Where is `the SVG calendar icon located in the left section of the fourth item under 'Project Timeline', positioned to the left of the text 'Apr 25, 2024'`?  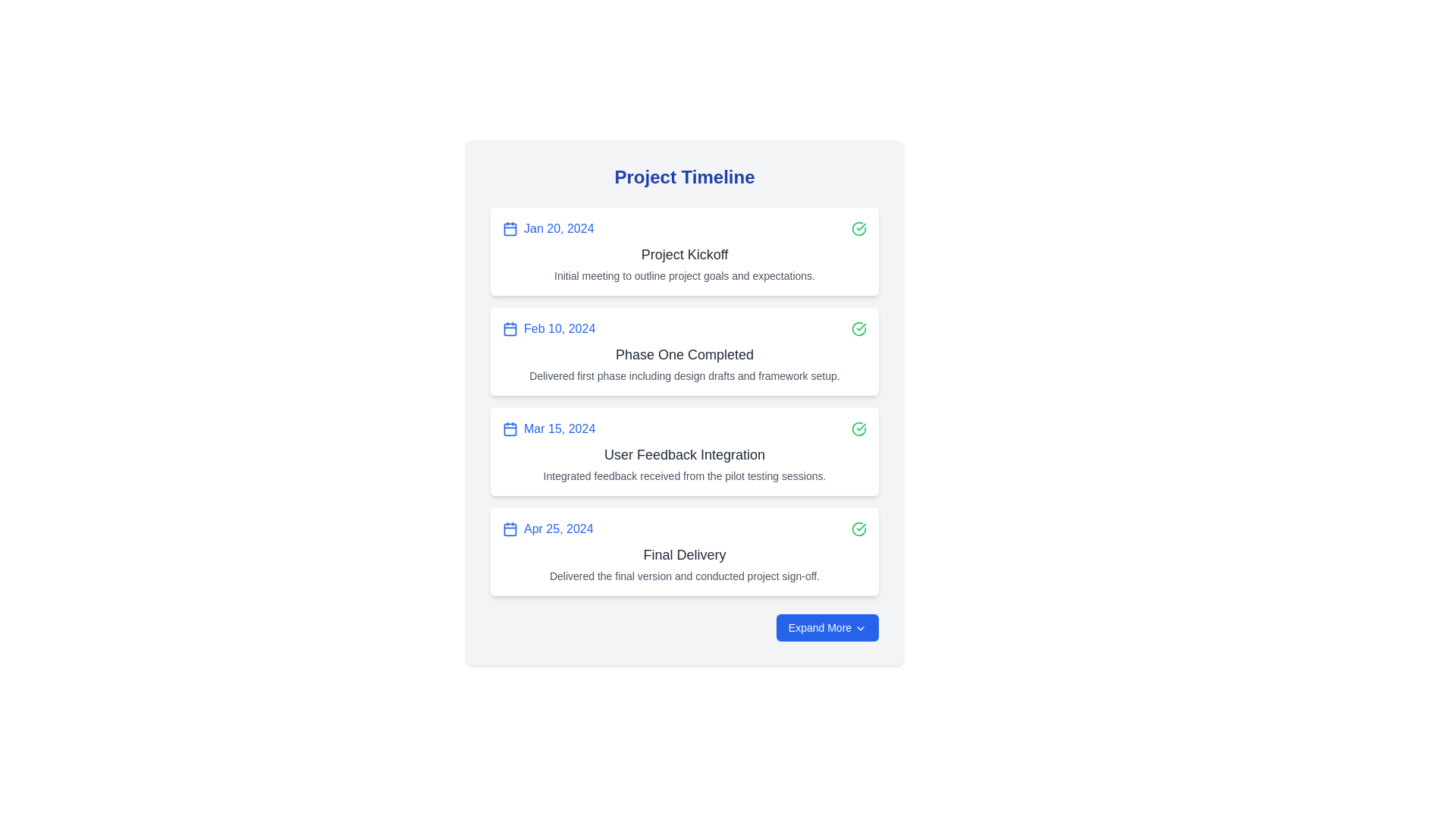
the SVG calendar icon located in the left section of the fourth item under 'Project Timeline', positioned to the left of the text 'Apr 25, 2024' is located at coordinates (510, 529).